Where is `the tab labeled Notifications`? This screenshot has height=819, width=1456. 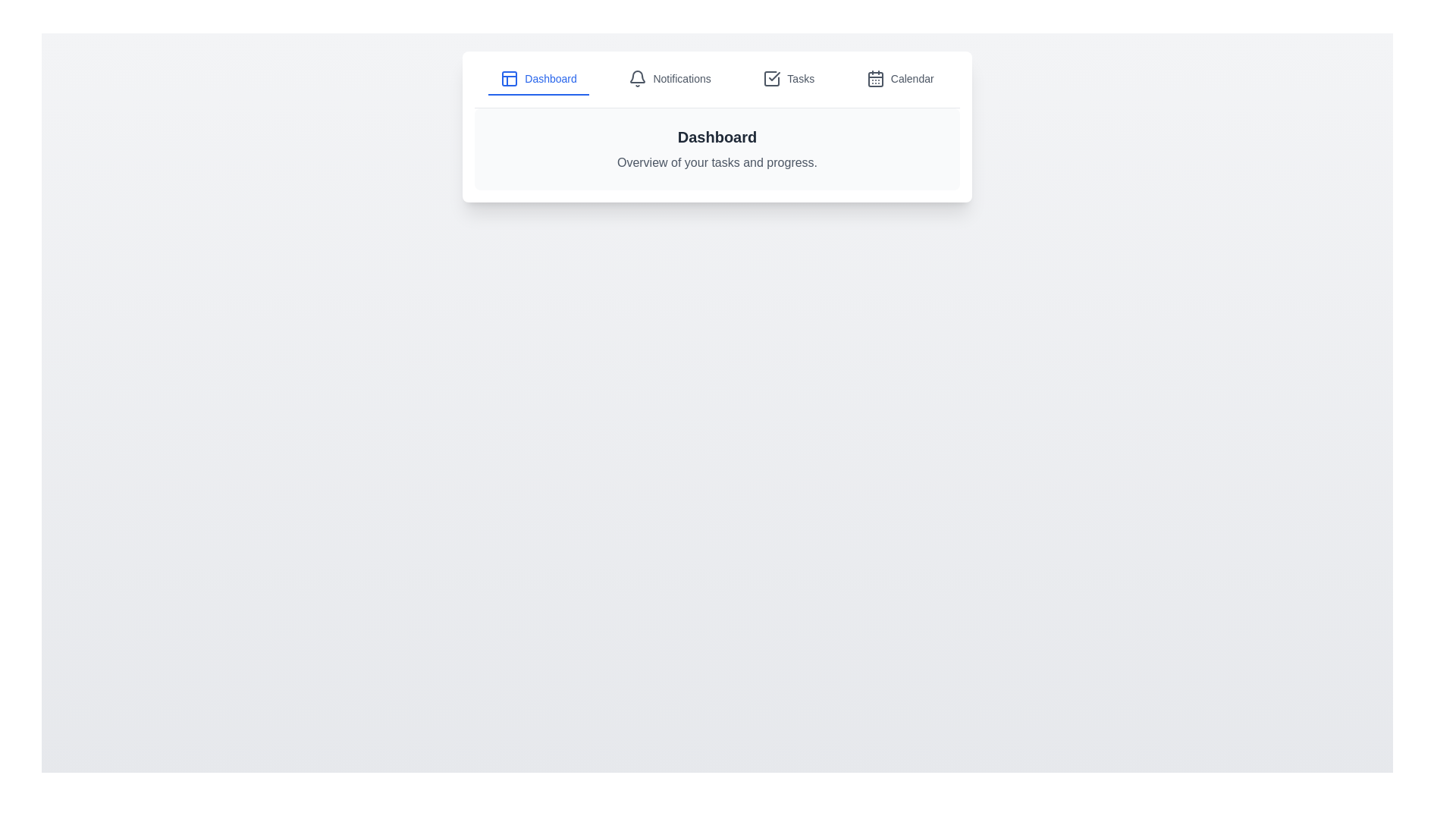 the tab labeled Notifications is located at coordinates (669, 79).